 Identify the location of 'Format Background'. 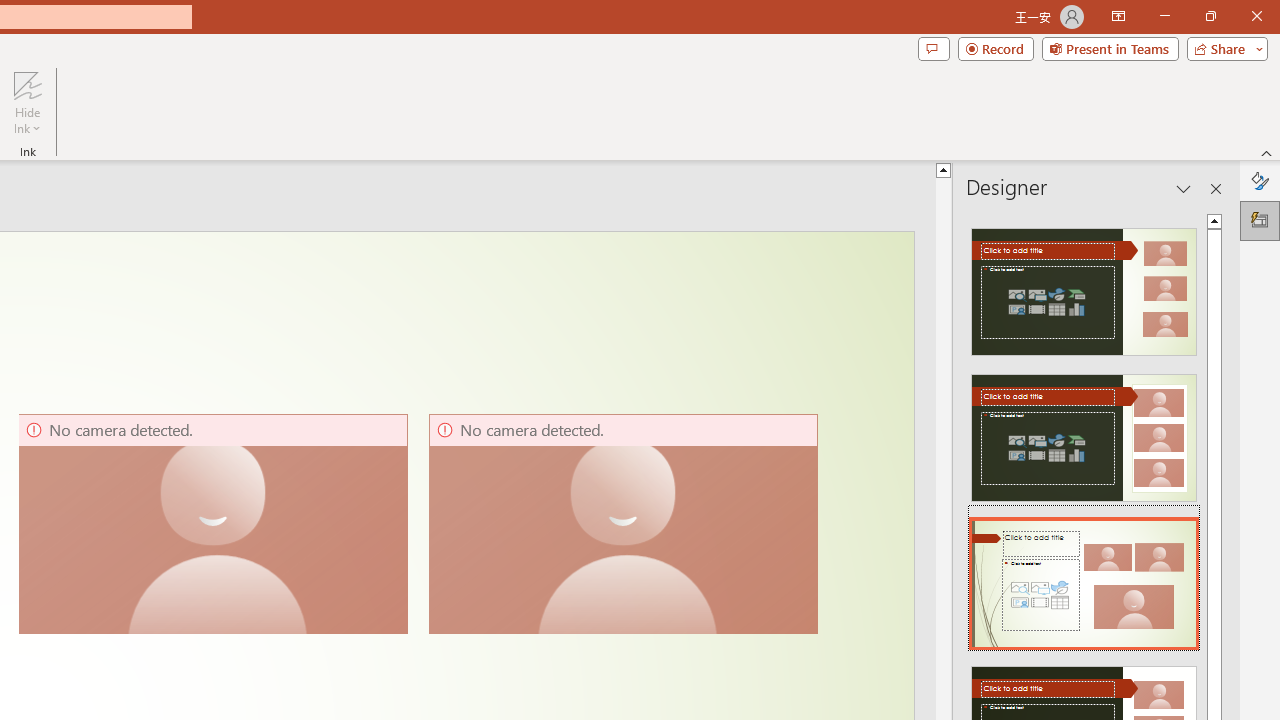
(1259, 181).